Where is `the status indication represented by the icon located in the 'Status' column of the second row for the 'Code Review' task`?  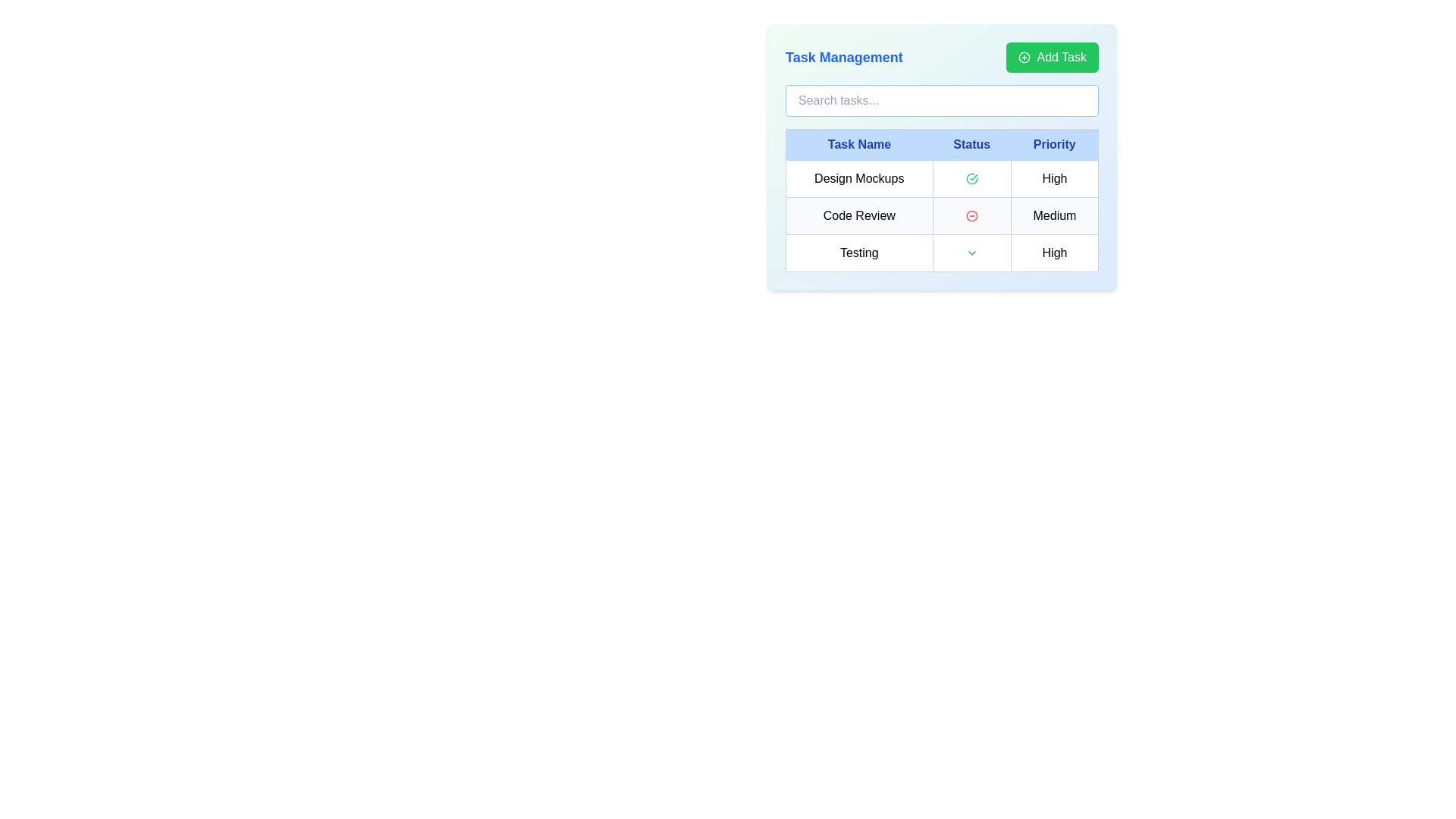
the status indication represented by the icon located in the 'Status' column of the second row for the 'Code Review' task is located at coordinates (971, 216).